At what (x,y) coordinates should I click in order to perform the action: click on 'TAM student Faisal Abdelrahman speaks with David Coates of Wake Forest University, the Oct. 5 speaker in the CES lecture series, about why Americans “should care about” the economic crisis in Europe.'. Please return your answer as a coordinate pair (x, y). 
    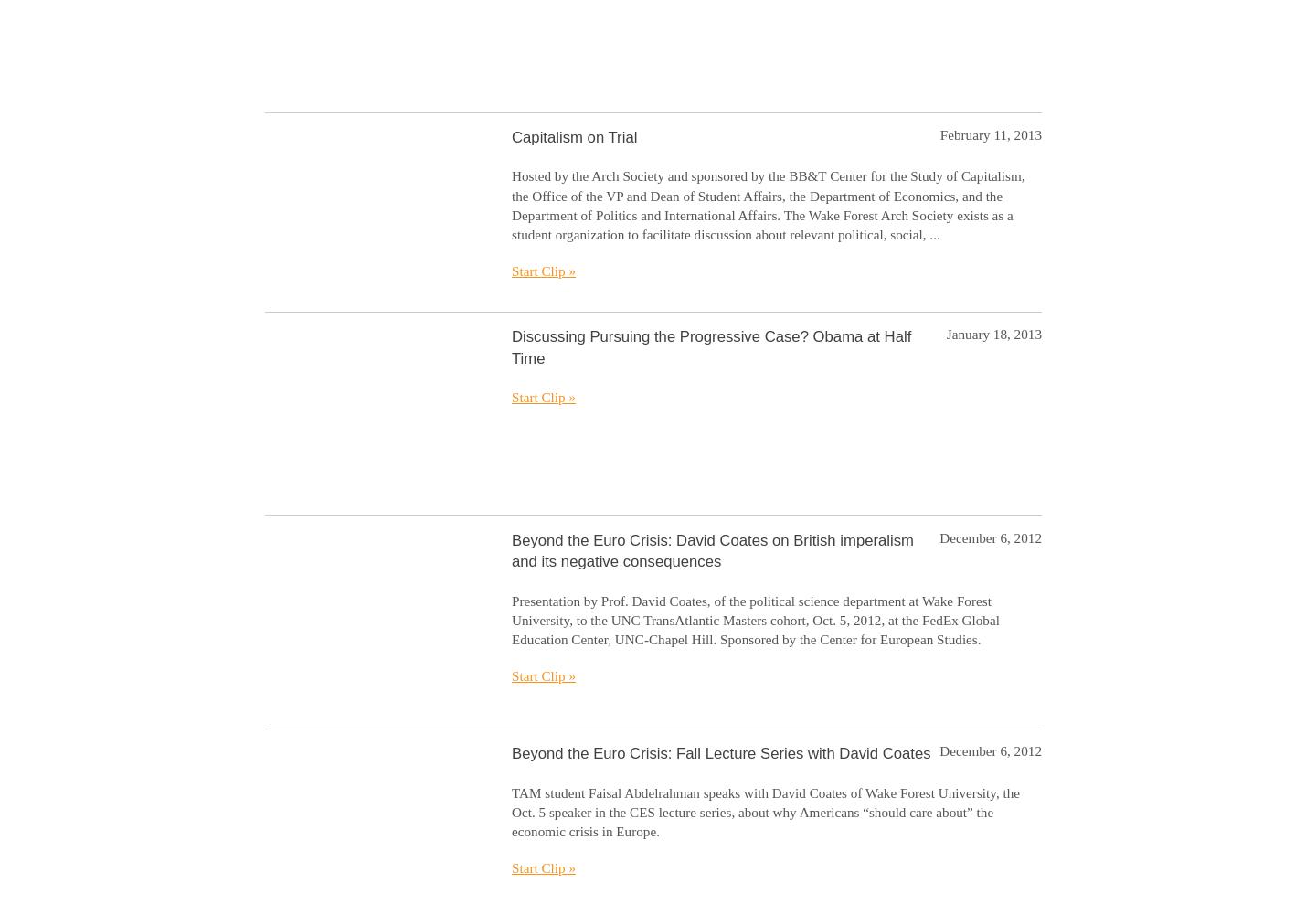
    Looking at the image, I should click on (765, 811).